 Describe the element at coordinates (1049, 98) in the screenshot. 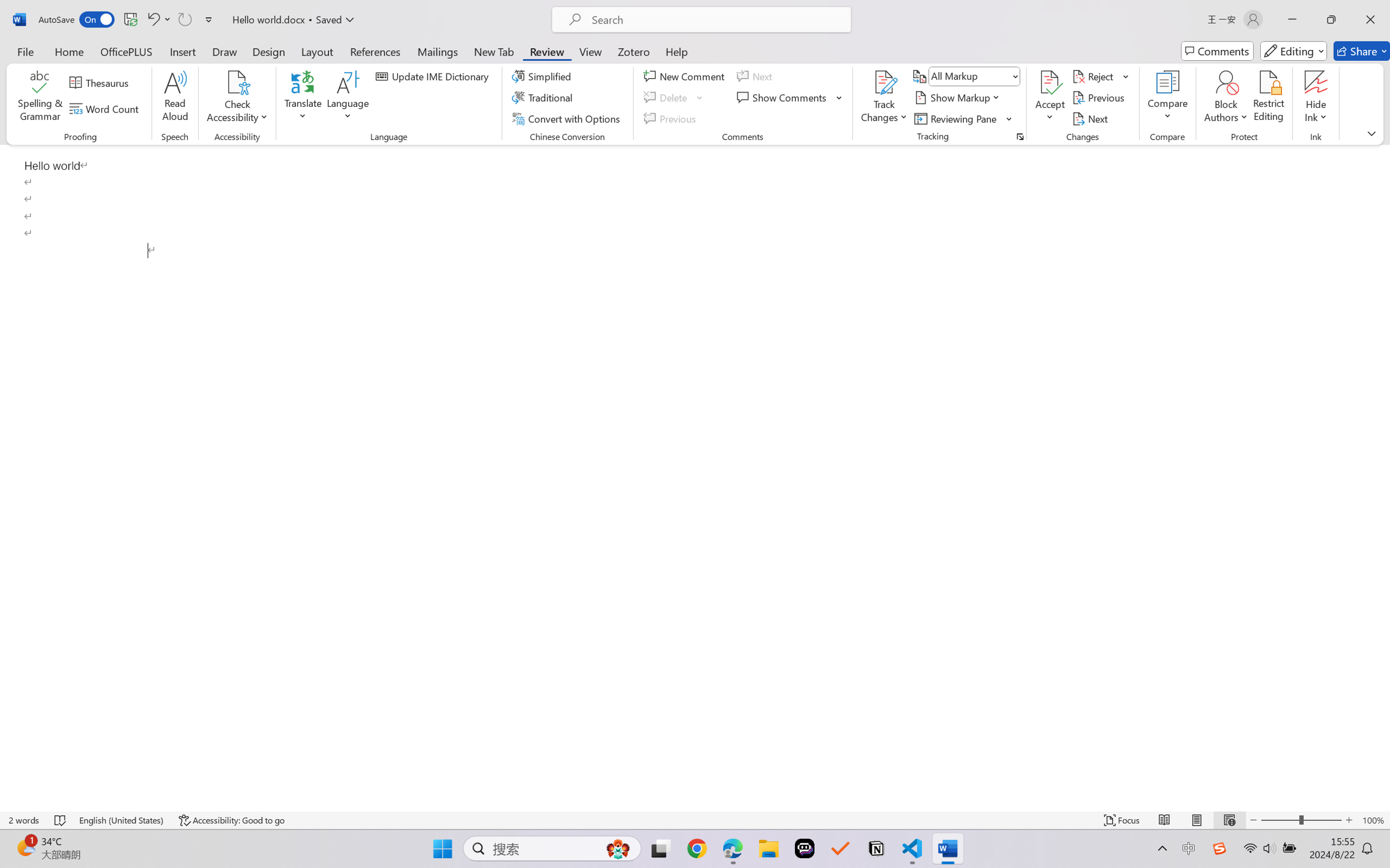

I see `'Accept'` at that location.